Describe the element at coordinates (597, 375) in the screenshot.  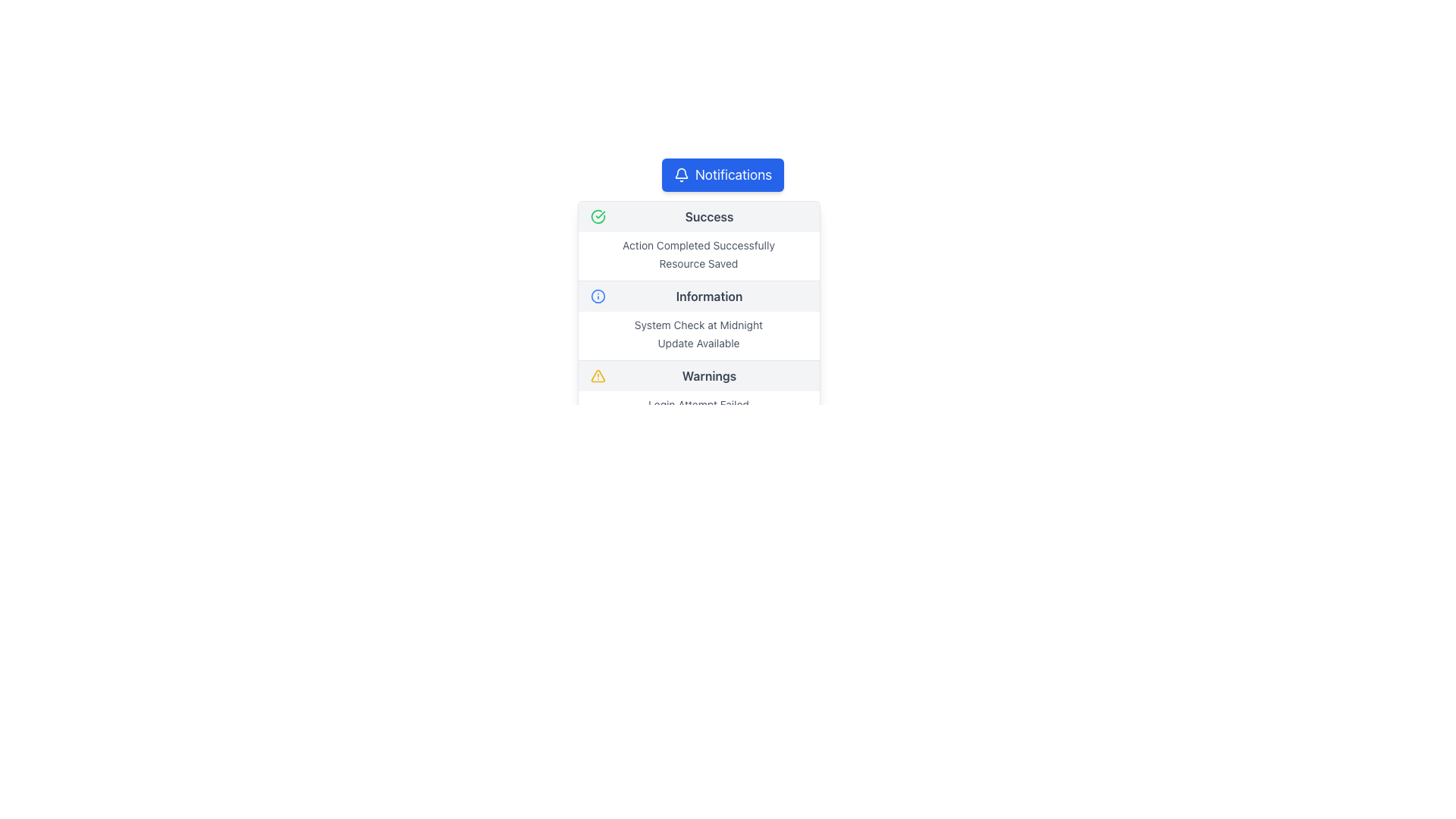
I see `the visual warning indicator icon located at the leftmost side of the 'Warnings' section in the notification list` at that location.